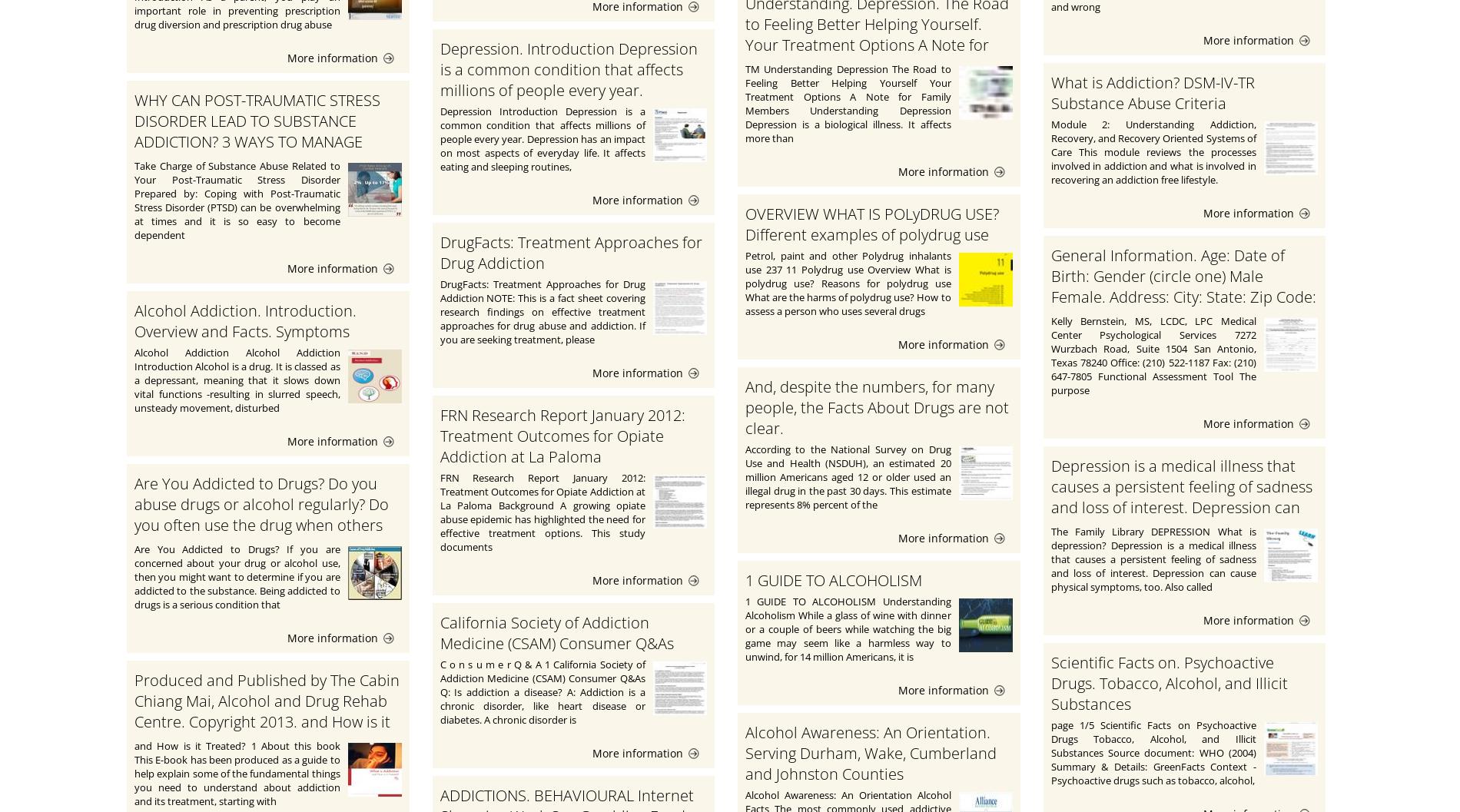 The height and width of the screenshot is (812, 1460). I want to click on 'FRN Research Report January 2012: Treatment Outcomes for Opiate Addiction at La Paloma Background A growing opiate abuse epidemic has highlighted the need for effective treatment options. This study documents', so click(543, 512).